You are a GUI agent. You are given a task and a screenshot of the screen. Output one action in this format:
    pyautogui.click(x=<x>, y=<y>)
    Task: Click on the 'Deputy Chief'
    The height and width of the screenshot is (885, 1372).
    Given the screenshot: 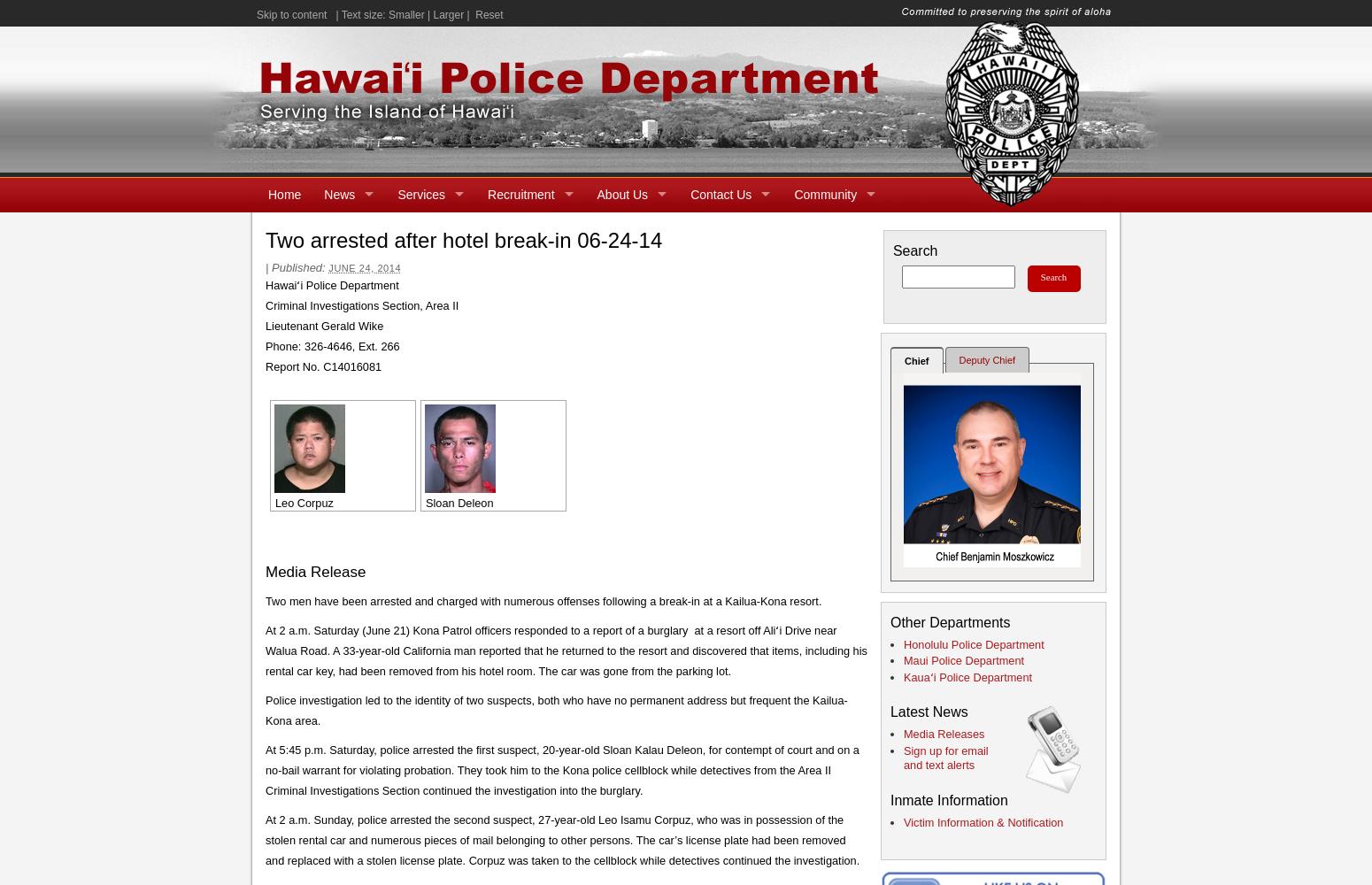 What is the action you would take?
    pyautogui.click(x=986, y=359)
    